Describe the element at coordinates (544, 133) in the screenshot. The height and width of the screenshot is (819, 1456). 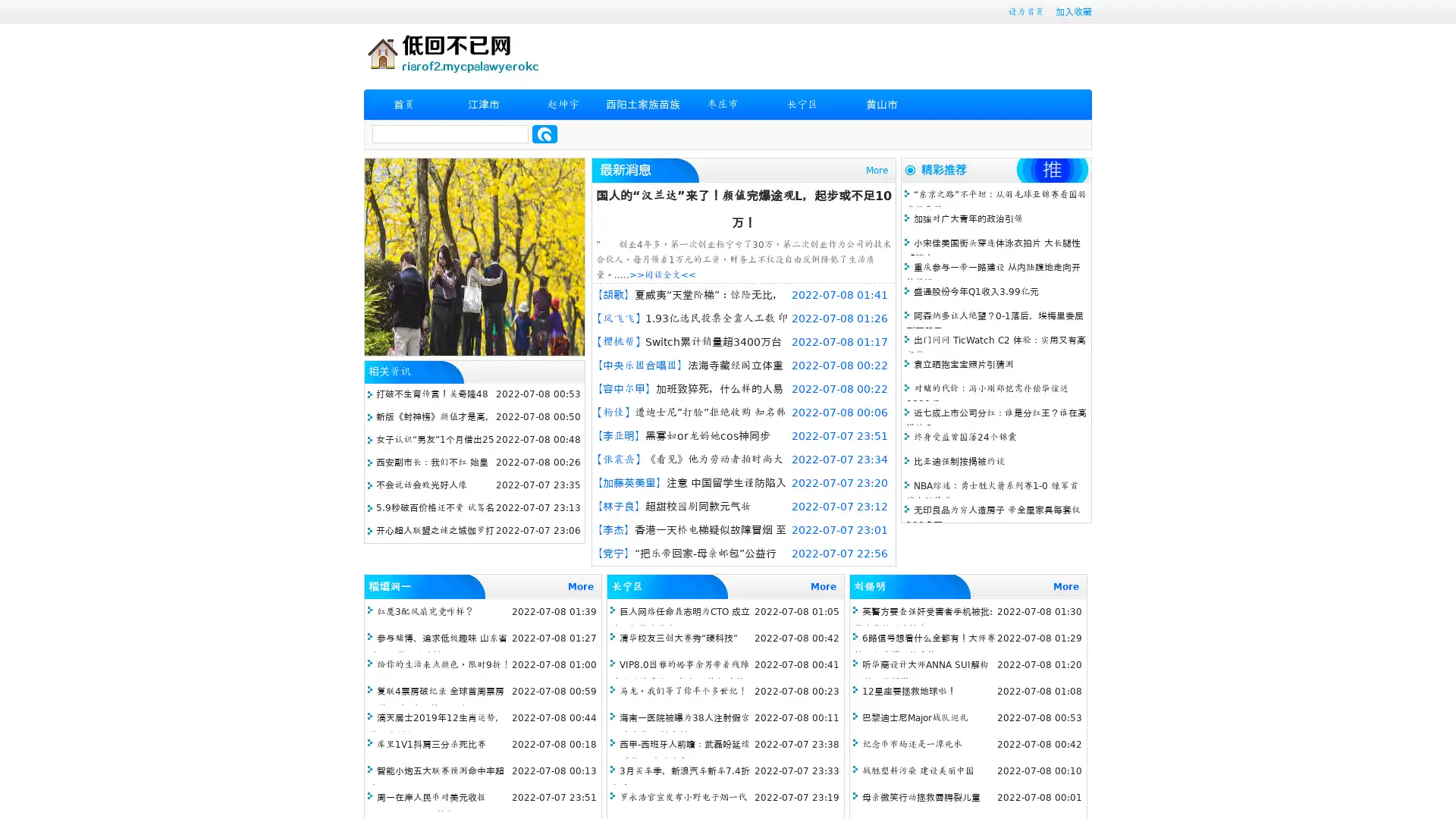
I see `Search` at that location.